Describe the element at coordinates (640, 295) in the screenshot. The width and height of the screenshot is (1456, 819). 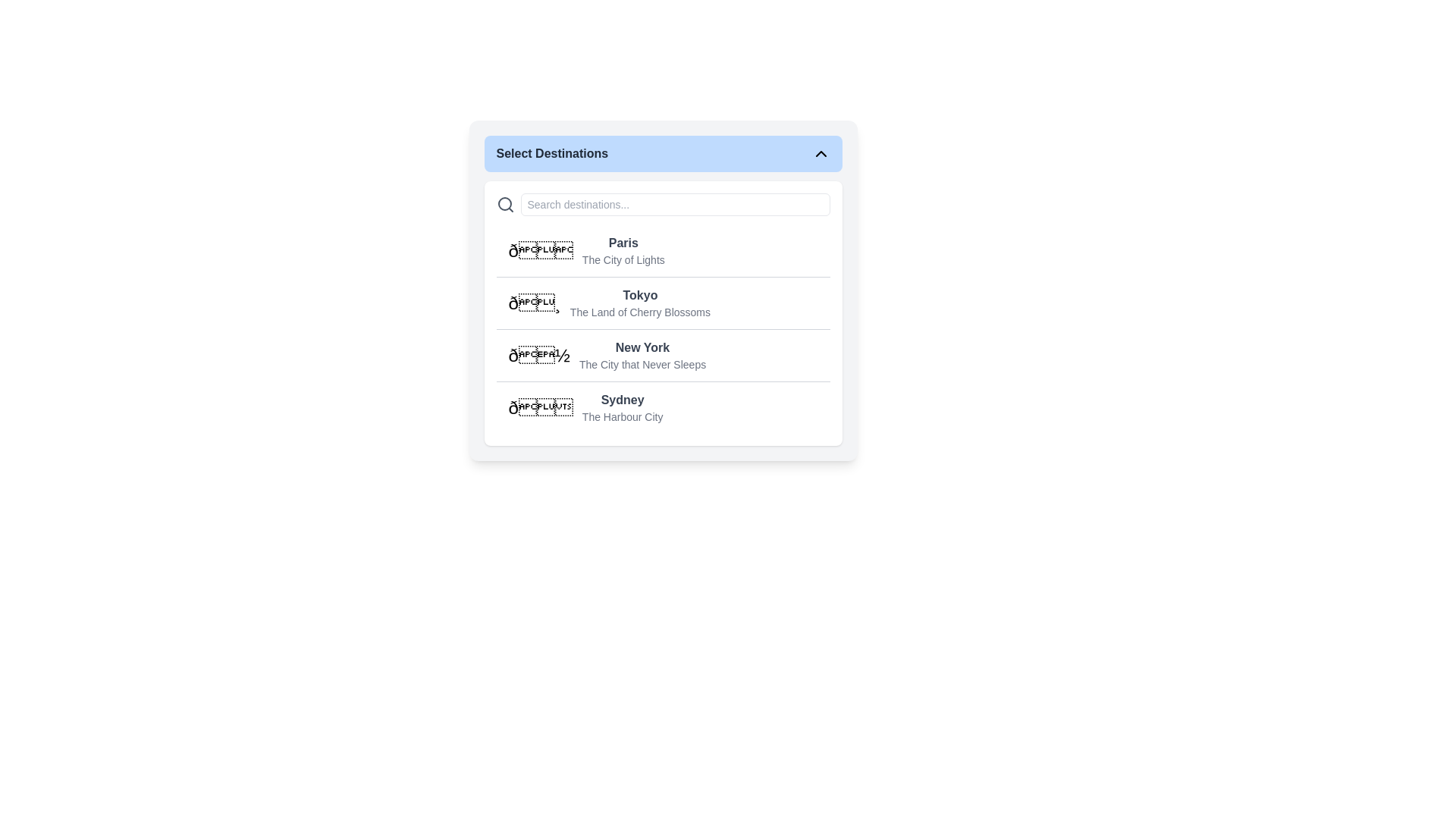
I see `the Text label for the destination 'Tokyo', which is the first text element in the dropdown box labeled 'Select Destinations'` at that location.